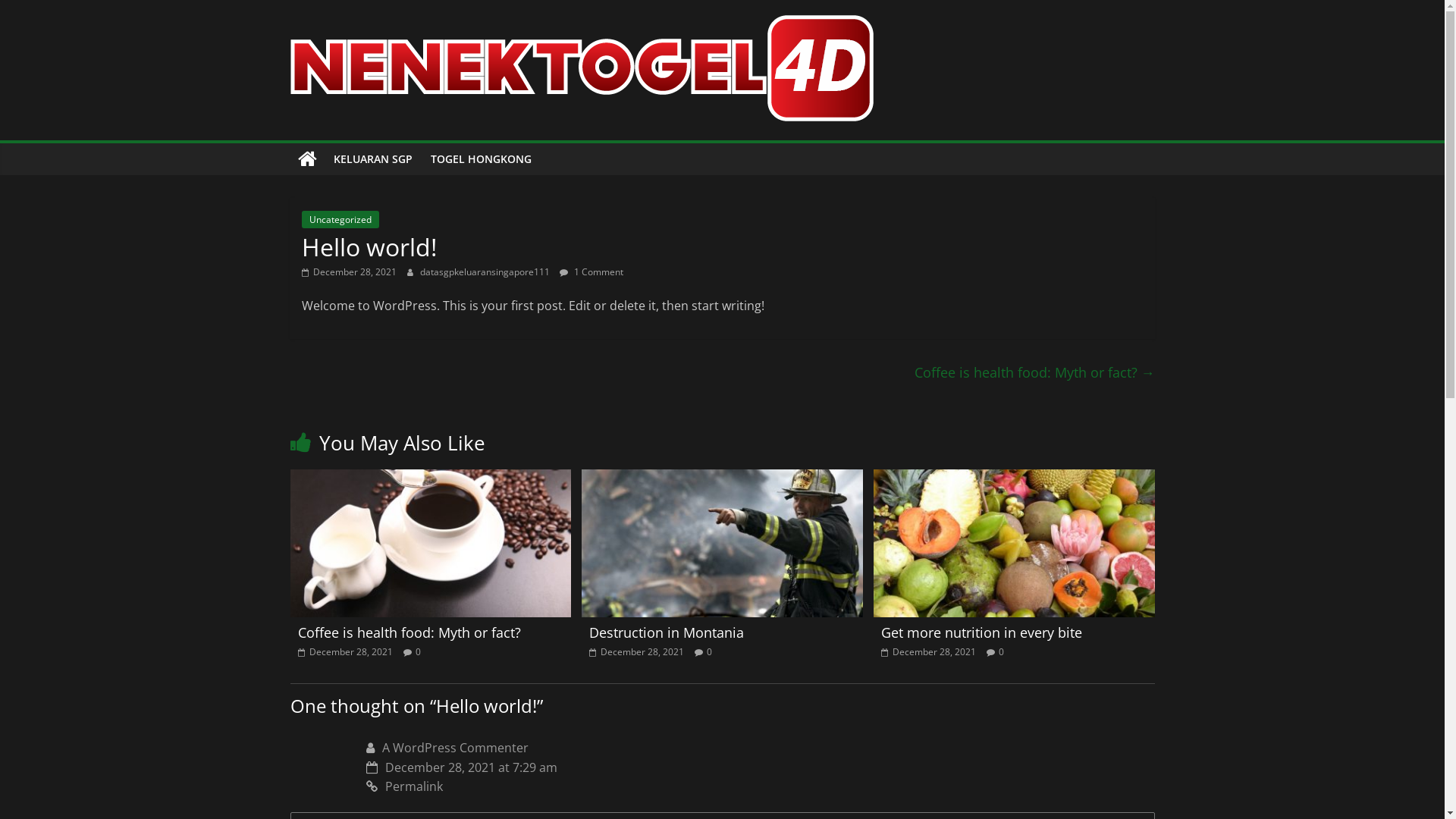 Image resolution: width=1456 pixels, height=819 pixels. Describe the element at coordinates (666, 632) in the screenshot. I see `'Destruction in Montania'` at that location.